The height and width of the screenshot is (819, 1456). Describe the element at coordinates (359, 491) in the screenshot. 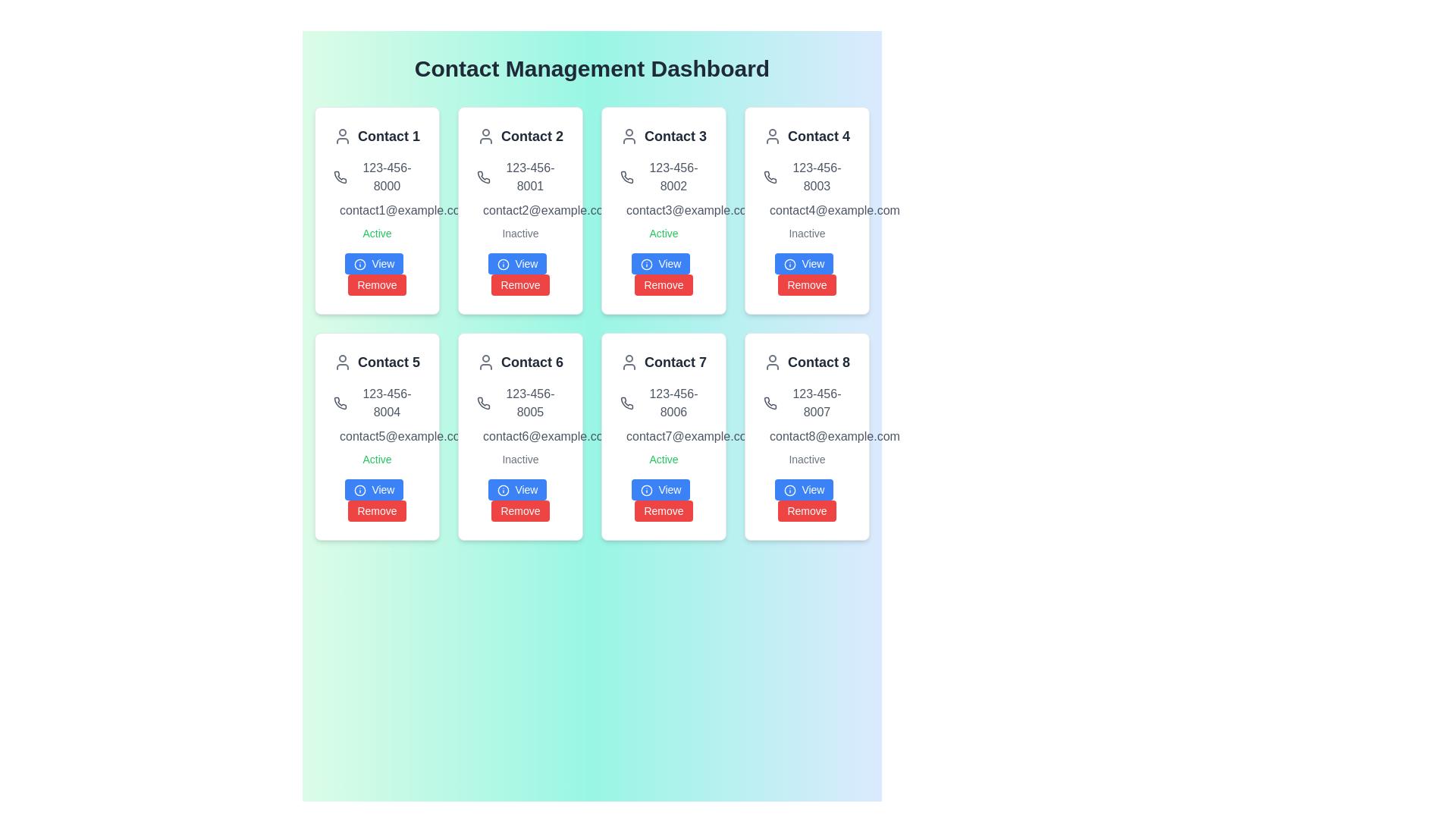

I see `the SVG Circle representing the status icon within the 'View' button for 'Contact 5', located in the bottom-left quadrant of the grid layout` at that location.